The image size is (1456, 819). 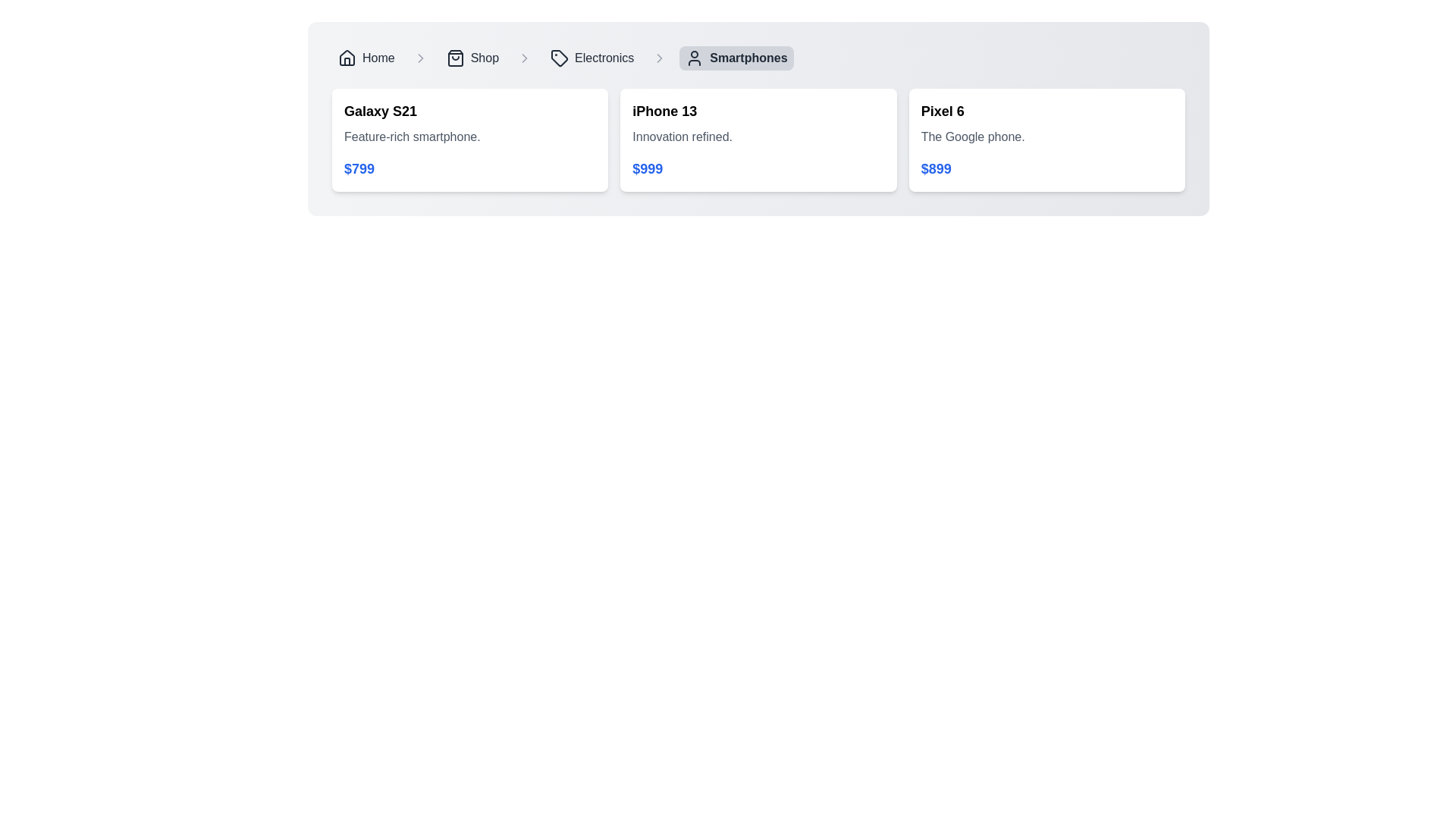 I want to click on the 'Shop' icon in the breadcrumb navigation, so click(x=454, y=58).